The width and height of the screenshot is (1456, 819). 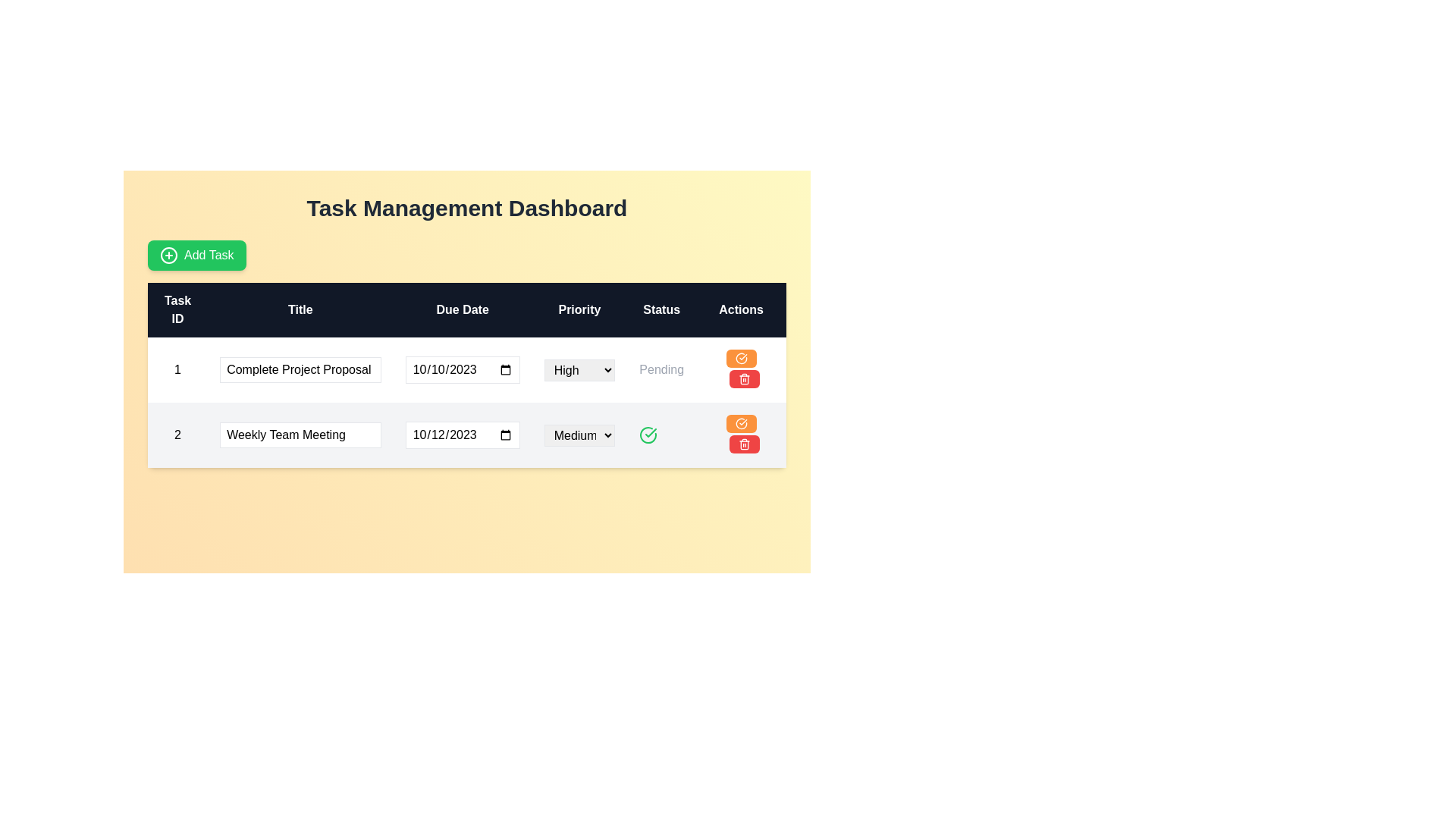 What do you see at coordinates (741, 424) in the screenshot?
I see `the edit button located in the 'Actions' column of the table for the 'Weekly Team Meeting' task` at bounding box center [741, 424].